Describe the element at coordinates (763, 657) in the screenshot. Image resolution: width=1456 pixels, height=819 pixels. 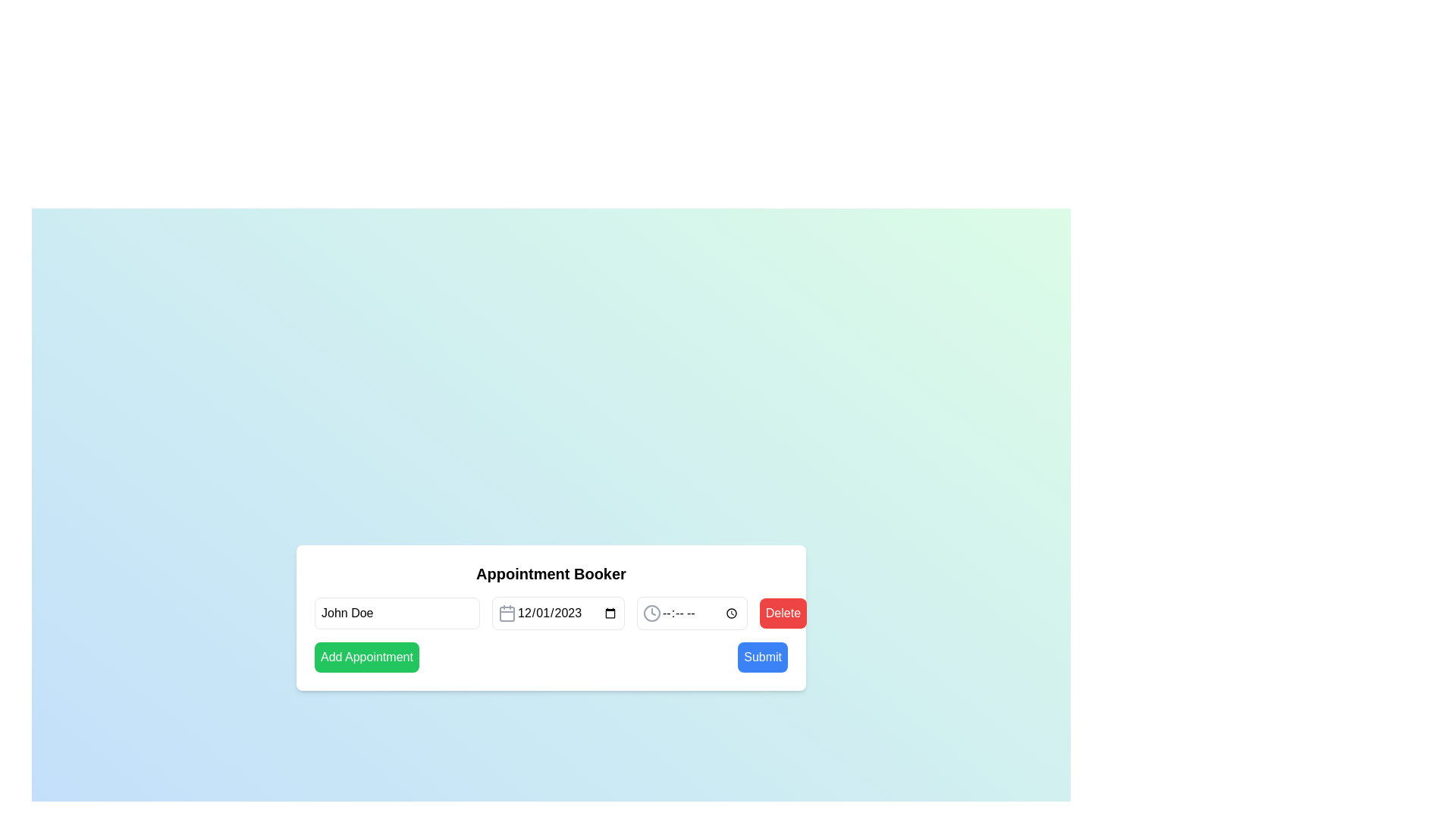
I see `the submit button located in the bottom-right corner of the interface to finalize the form submission` at that location.